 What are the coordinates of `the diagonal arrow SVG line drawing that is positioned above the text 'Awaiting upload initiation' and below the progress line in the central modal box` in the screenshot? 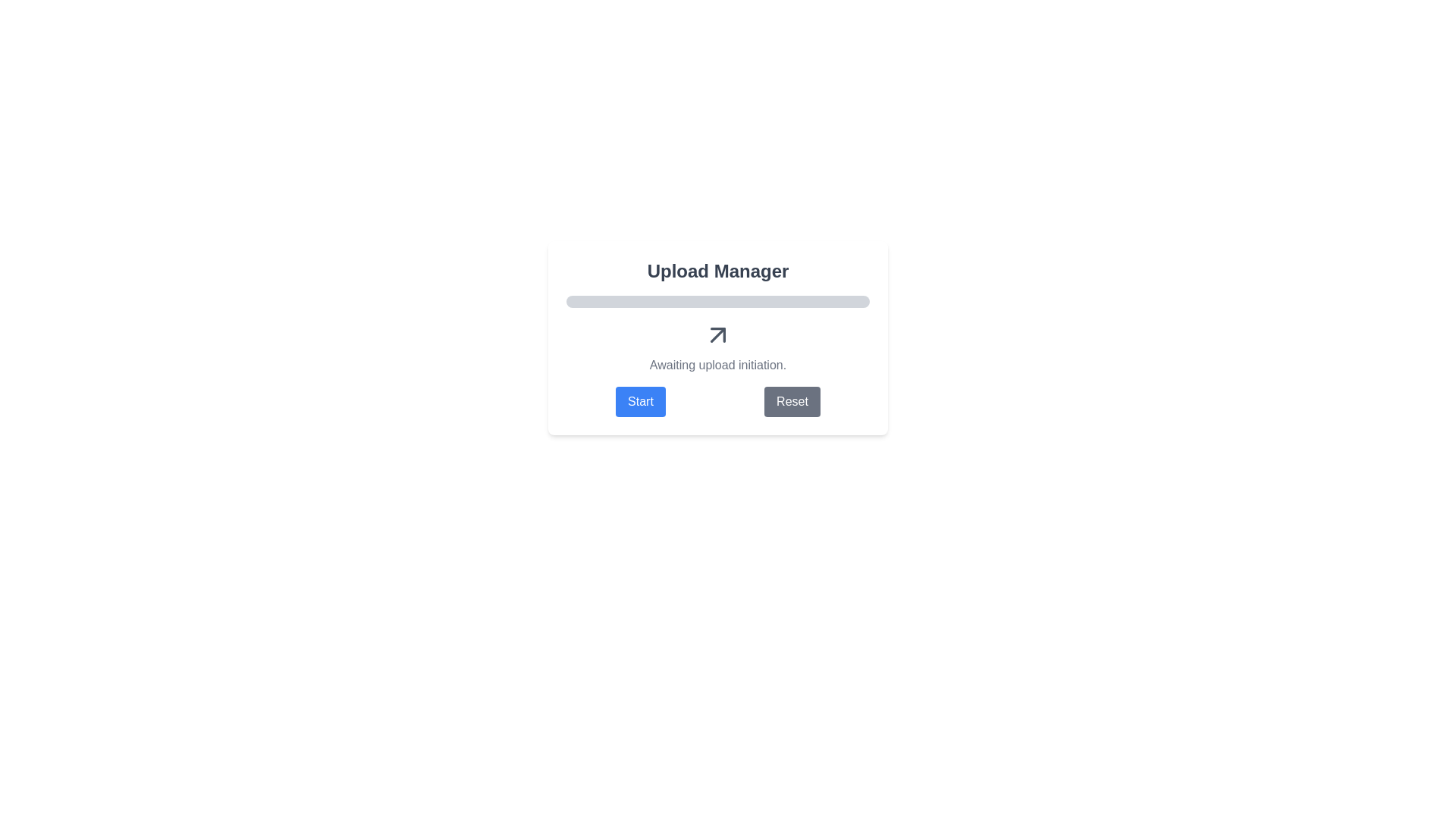 It's located at (717, 334).